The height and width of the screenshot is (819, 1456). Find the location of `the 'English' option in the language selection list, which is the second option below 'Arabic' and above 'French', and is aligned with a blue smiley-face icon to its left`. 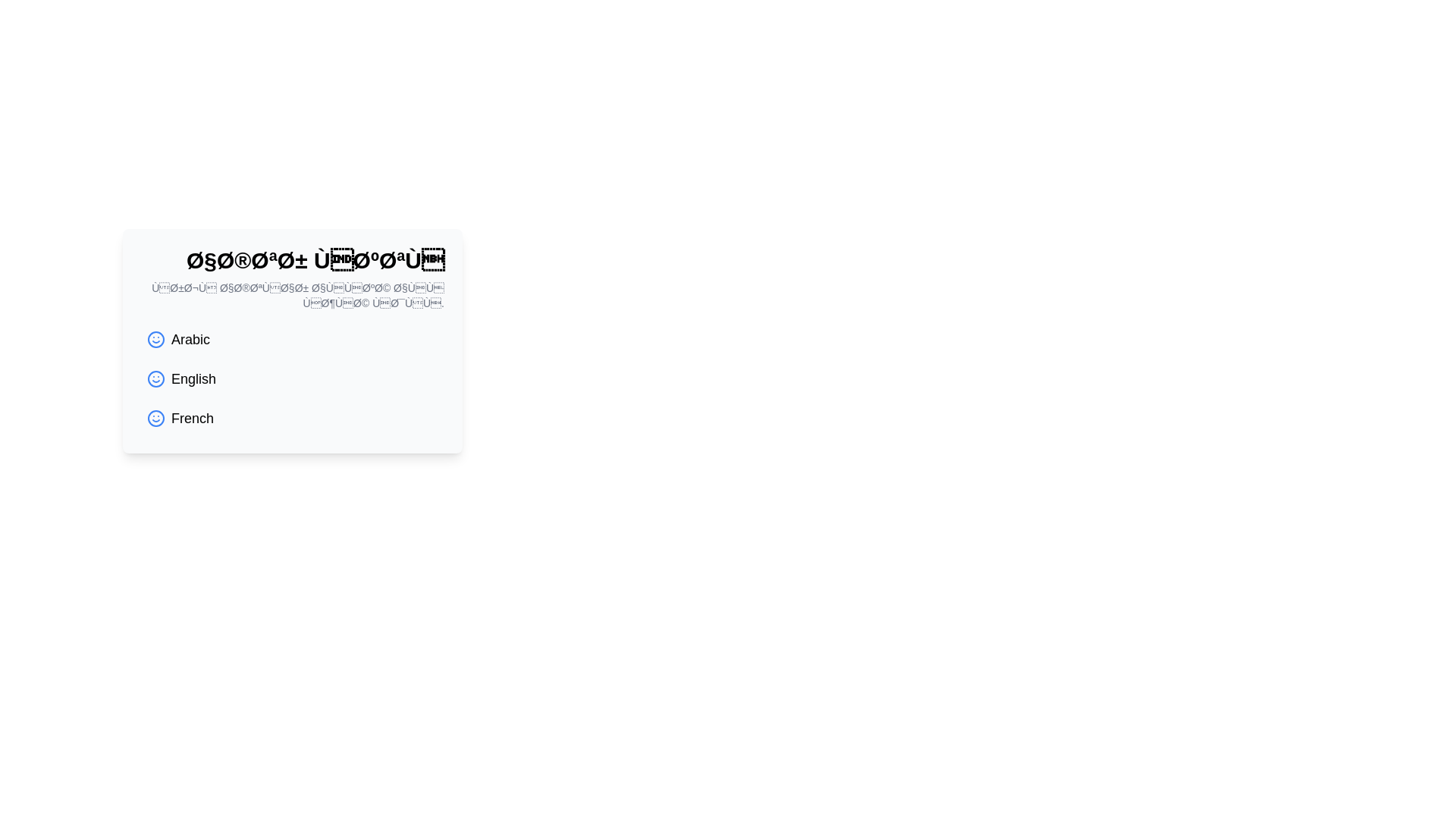

the 'English' option in the language selection list, which is the second option below 'Arabic' and above 'French', and is aligned with a blue smiley-face icon to its left is located at coordinates (193, 378).